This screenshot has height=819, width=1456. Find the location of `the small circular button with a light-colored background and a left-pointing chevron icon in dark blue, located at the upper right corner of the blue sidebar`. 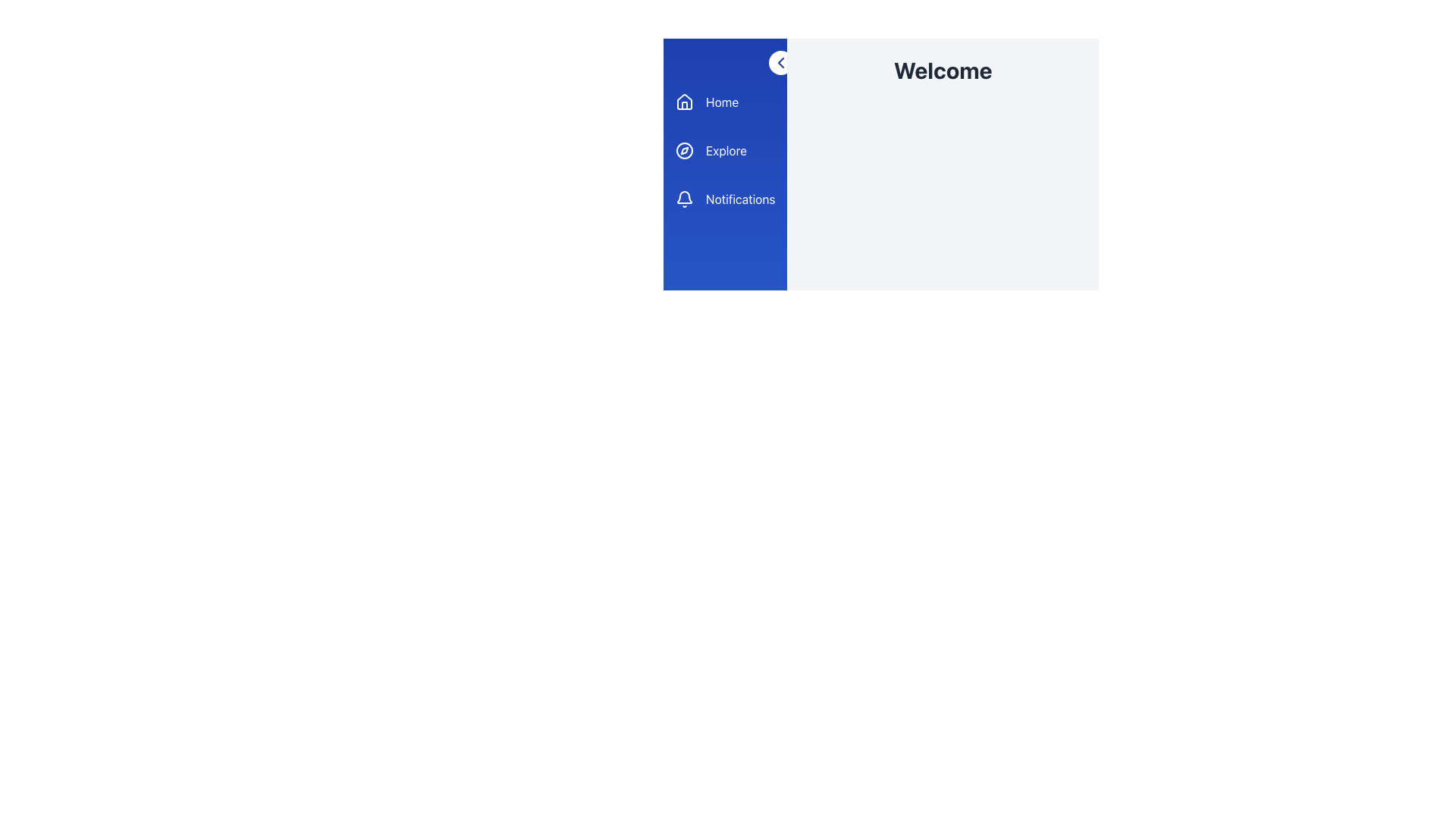

the small circular button with a light-colored background and a left-pointing chevron icon in dark blue, located at the upper right corner of the blue sidebar is located at coordinates (781, 62).